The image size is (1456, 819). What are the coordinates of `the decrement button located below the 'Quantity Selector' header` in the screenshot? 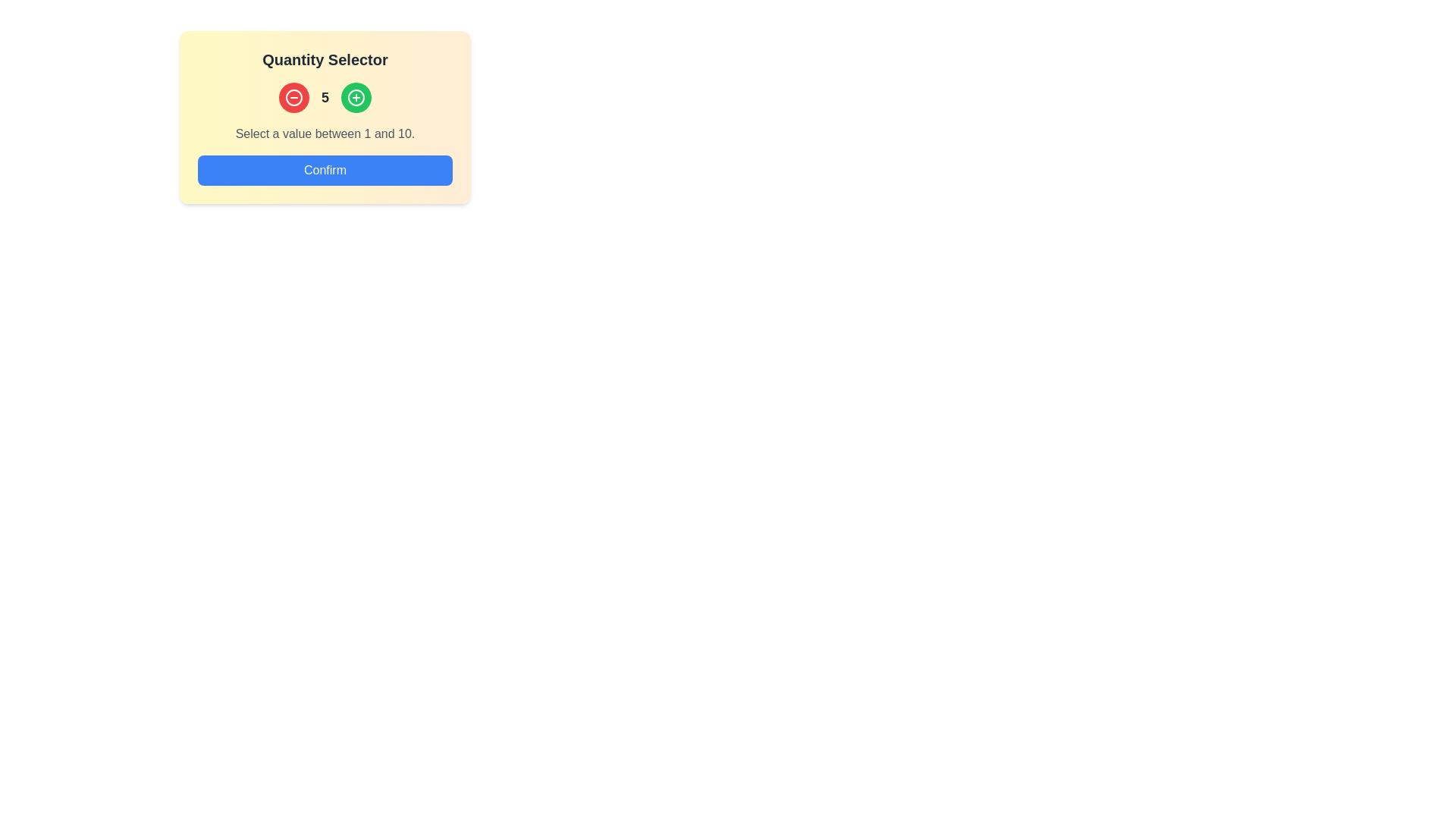 It's located at (294, 97).